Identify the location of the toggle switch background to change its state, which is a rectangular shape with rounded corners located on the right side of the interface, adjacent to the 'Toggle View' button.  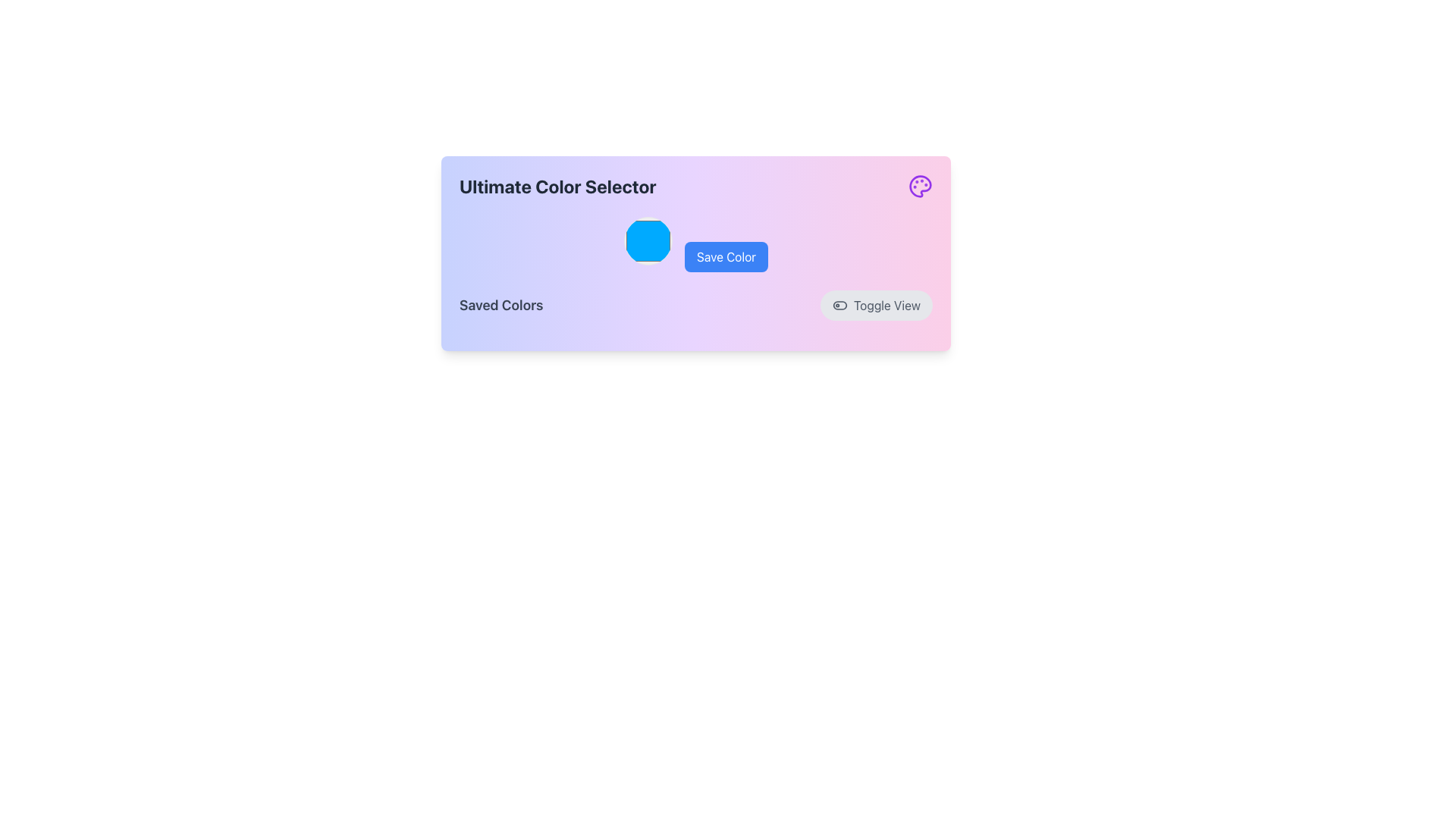
(839, 305).